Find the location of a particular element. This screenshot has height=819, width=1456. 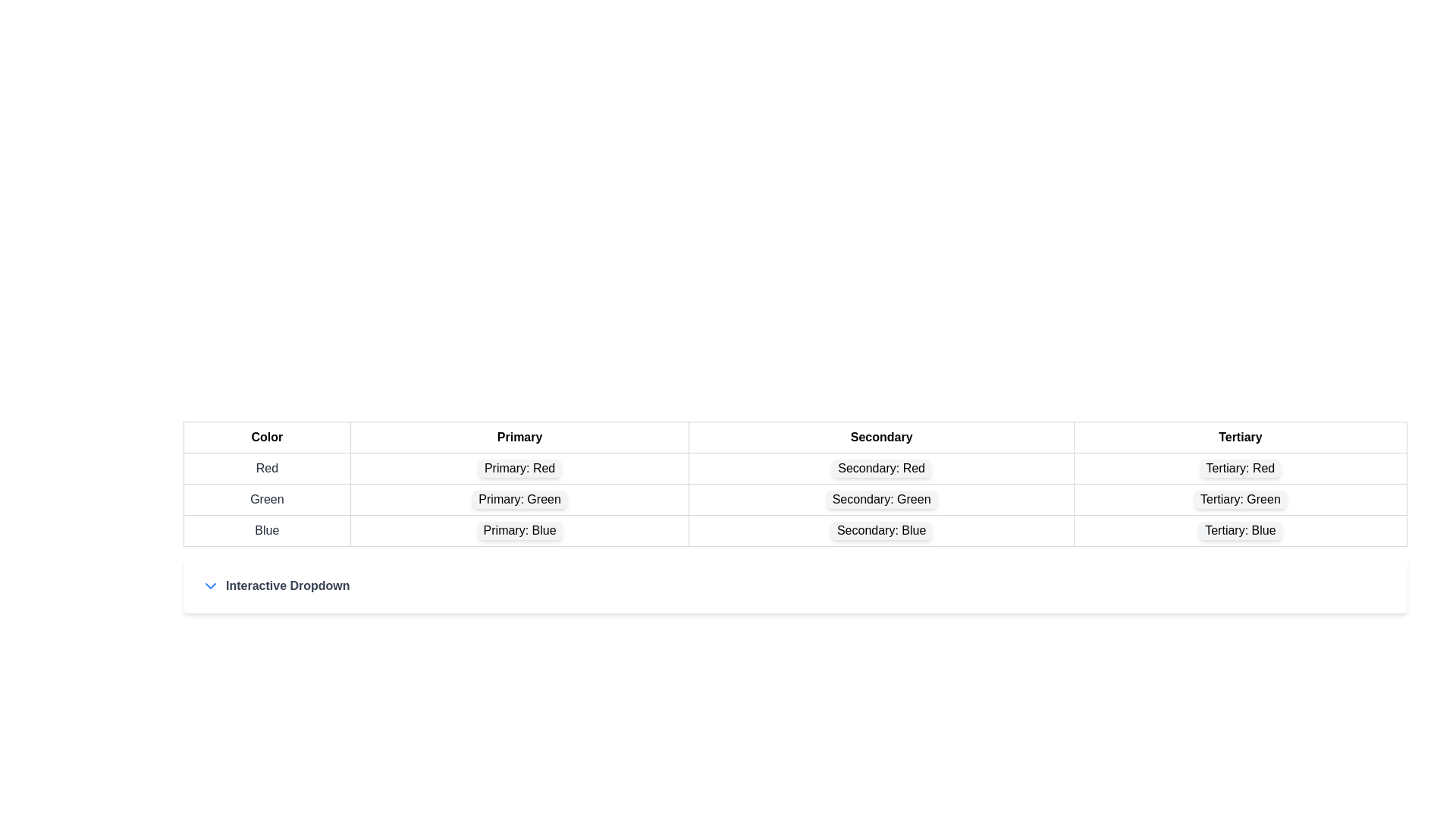

text from the rectangular badge labeled 'Tertiary: Blue', which has a light gray background and black sans-serif font is located at coordinates (1240, 529).